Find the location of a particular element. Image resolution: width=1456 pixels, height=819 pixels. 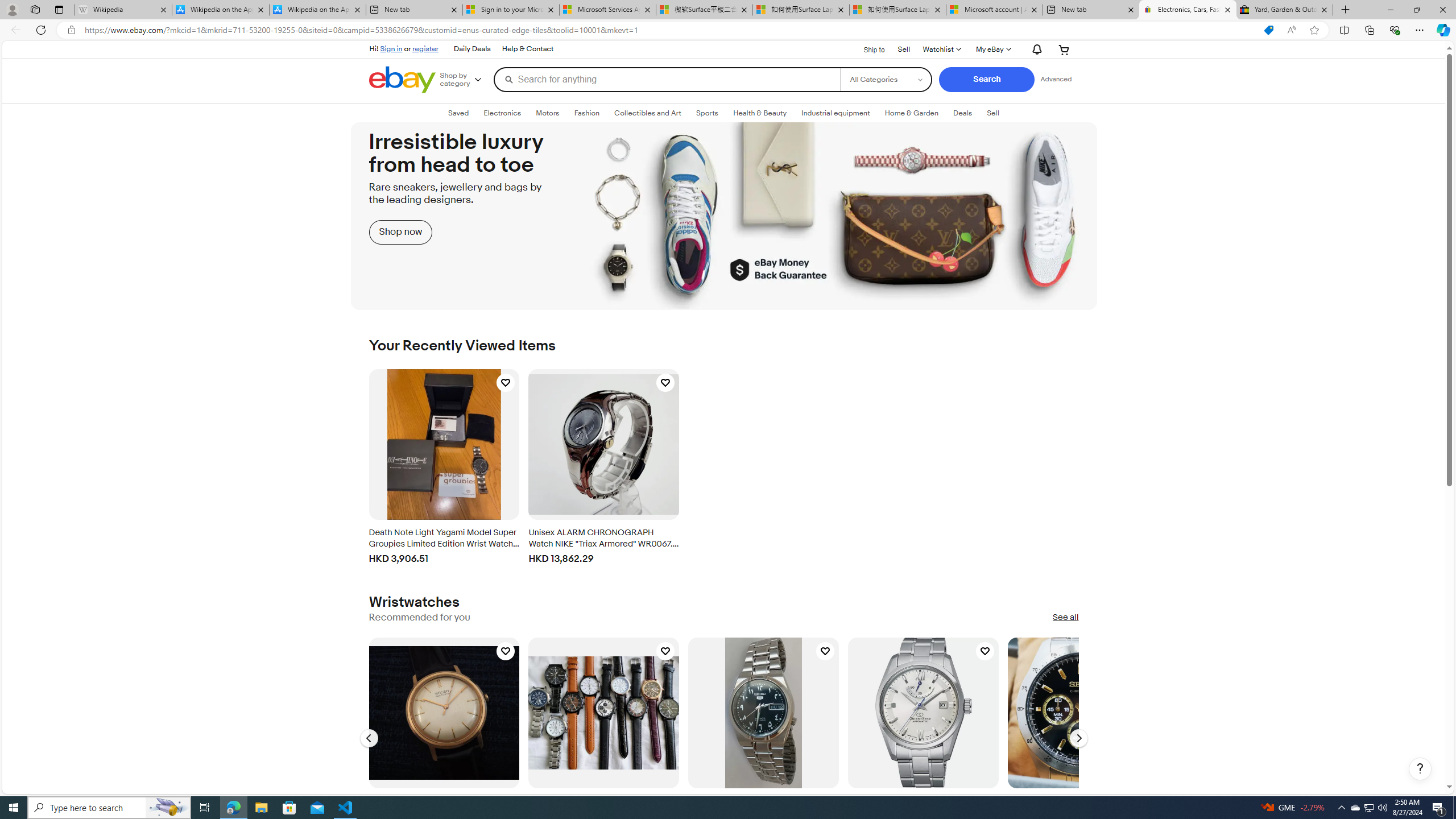

'Fashion' is located at coordinates (586, 113).